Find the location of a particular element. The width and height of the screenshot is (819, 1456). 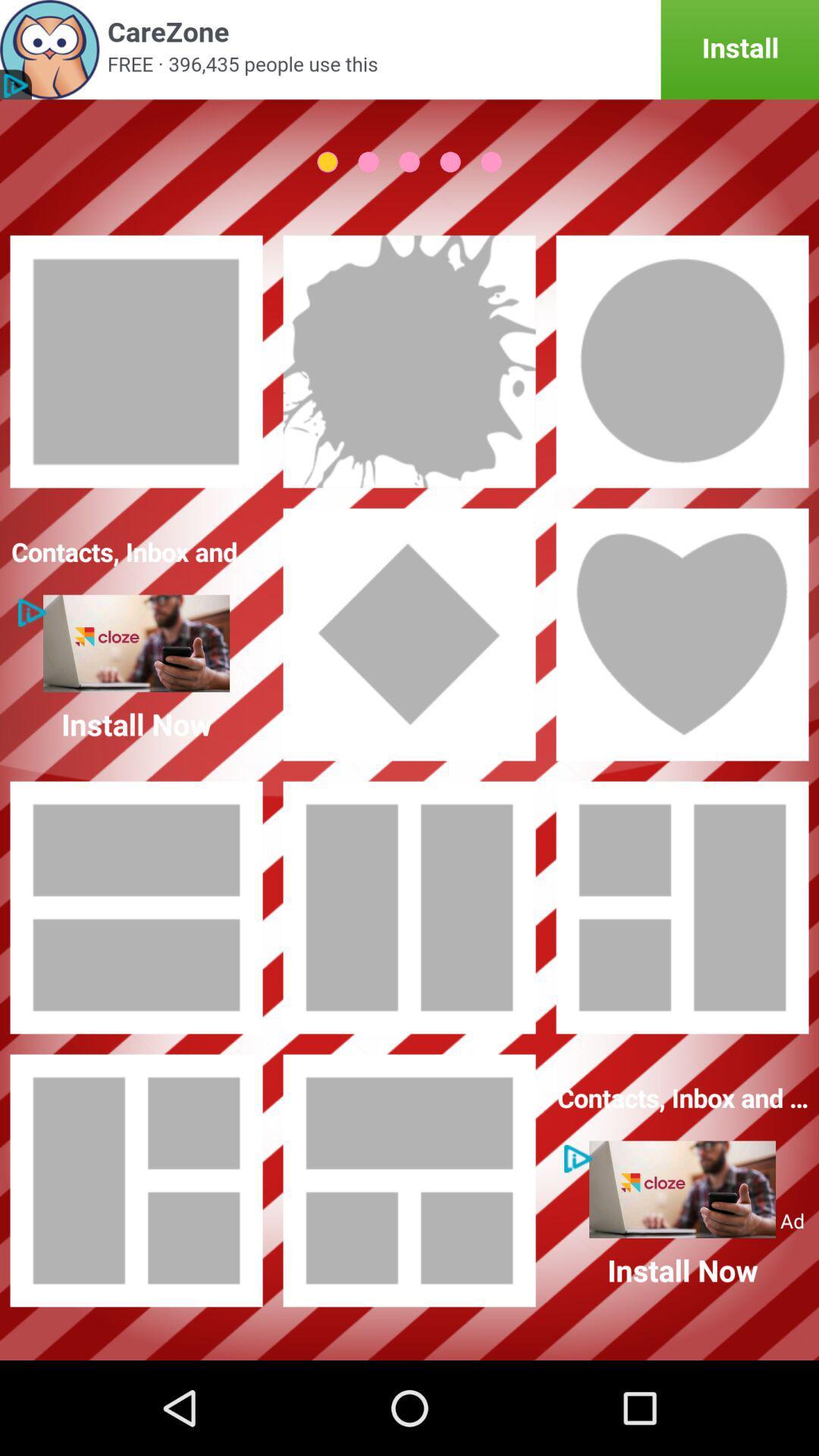

photo frame is located at coordinates (681, 907).